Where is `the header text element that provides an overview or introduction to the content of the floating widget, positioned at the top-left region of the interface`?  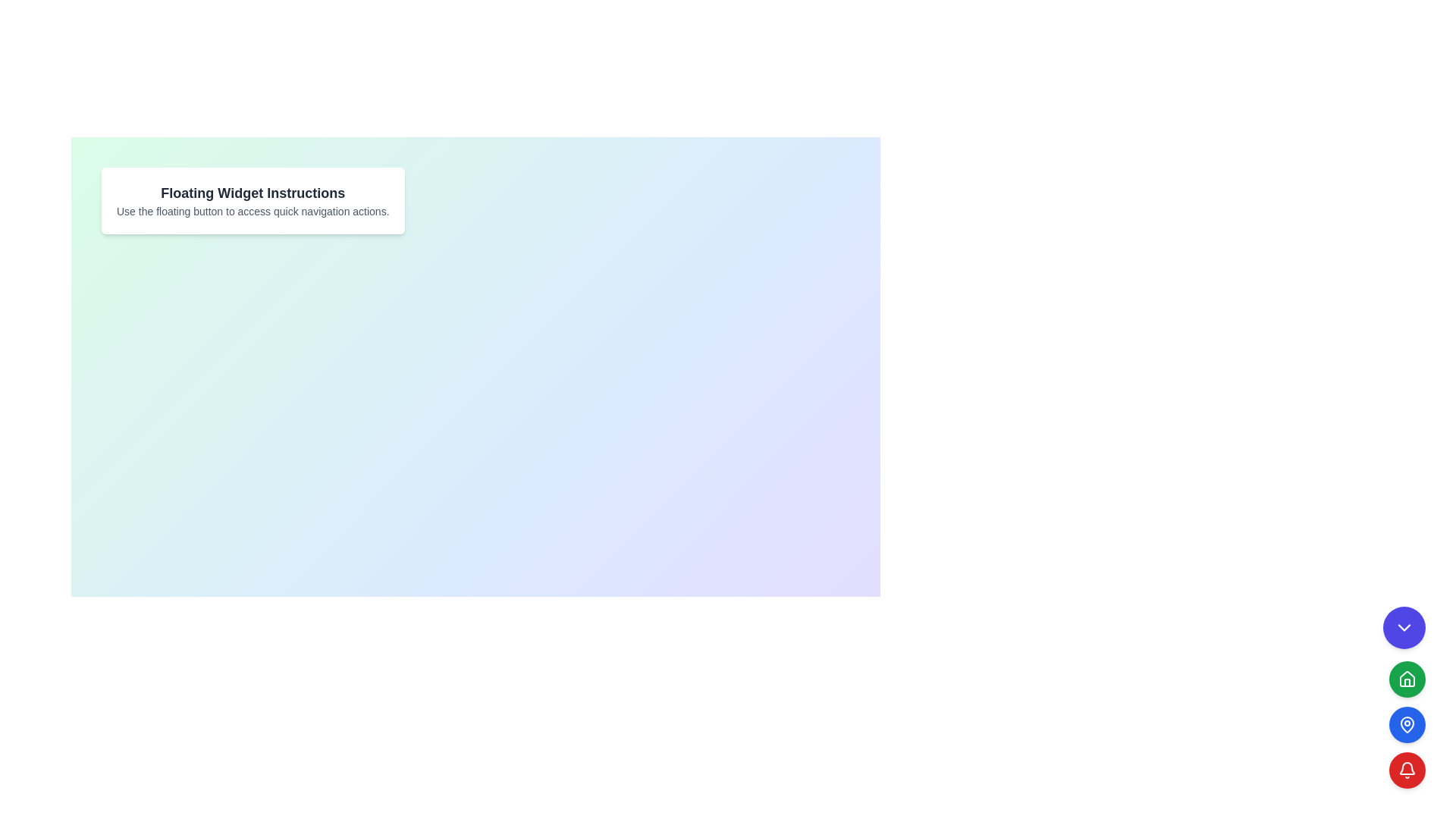
the header text element that provides an overview or introduction to the content of the floating widget, positioned at the top-left region of the interface is located at coordinates (253, 192).